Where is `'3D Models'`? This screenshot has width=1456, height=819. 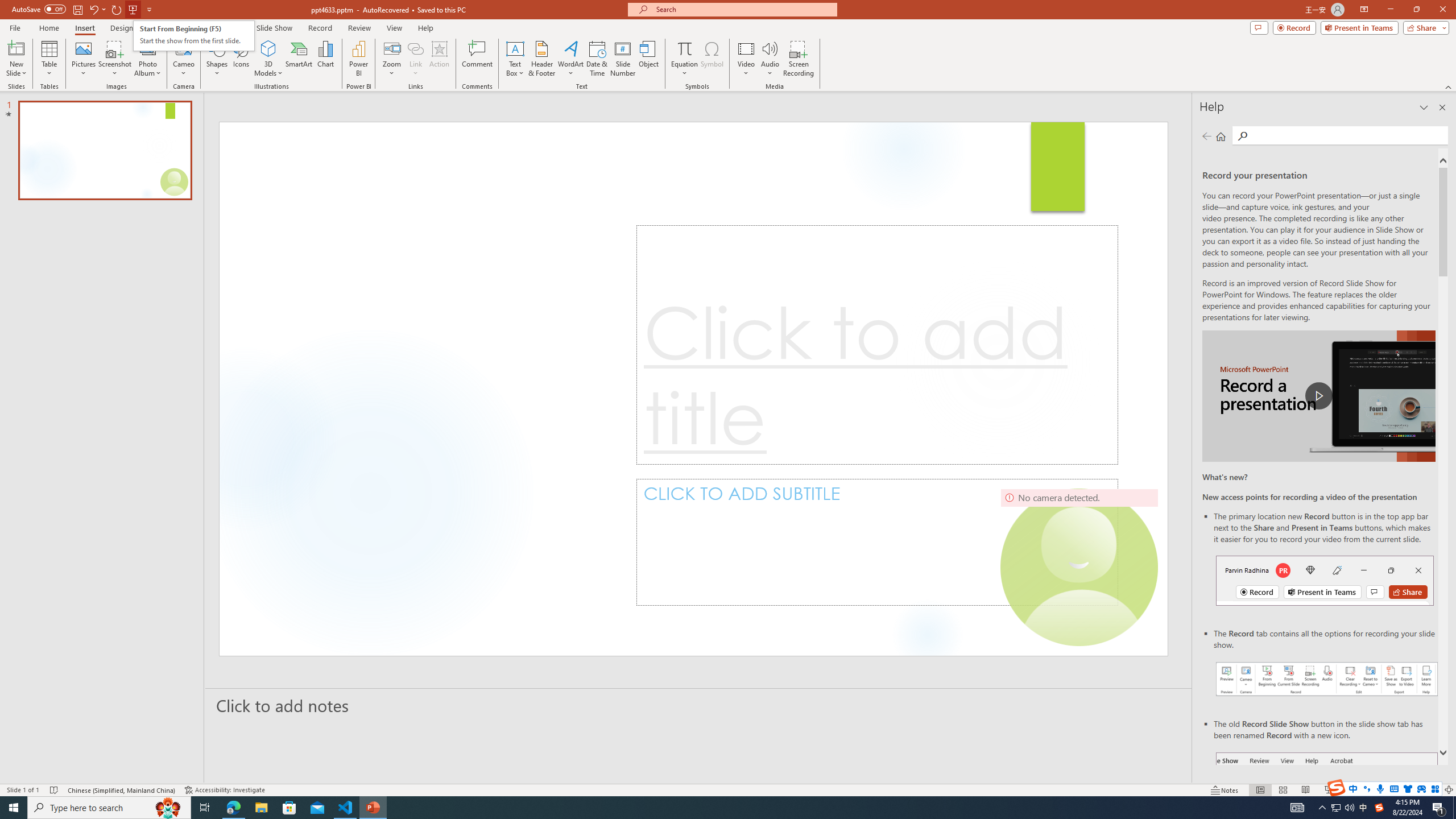 '3D Models' is located at coordinates (268, 59).